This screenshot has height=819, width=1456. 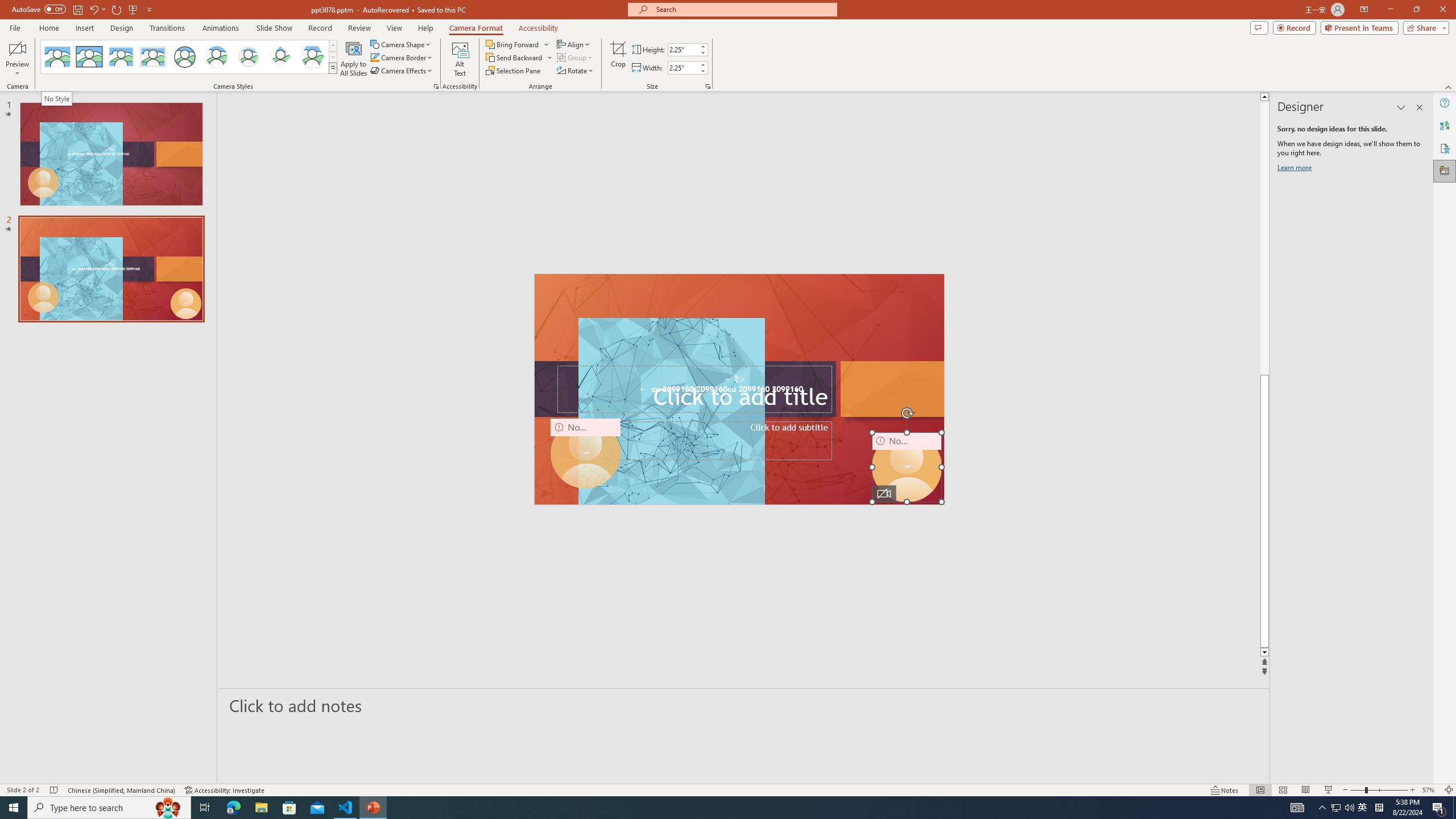 I want to click on 'Soft Edge Rectangle', so click(x=152, y=56).